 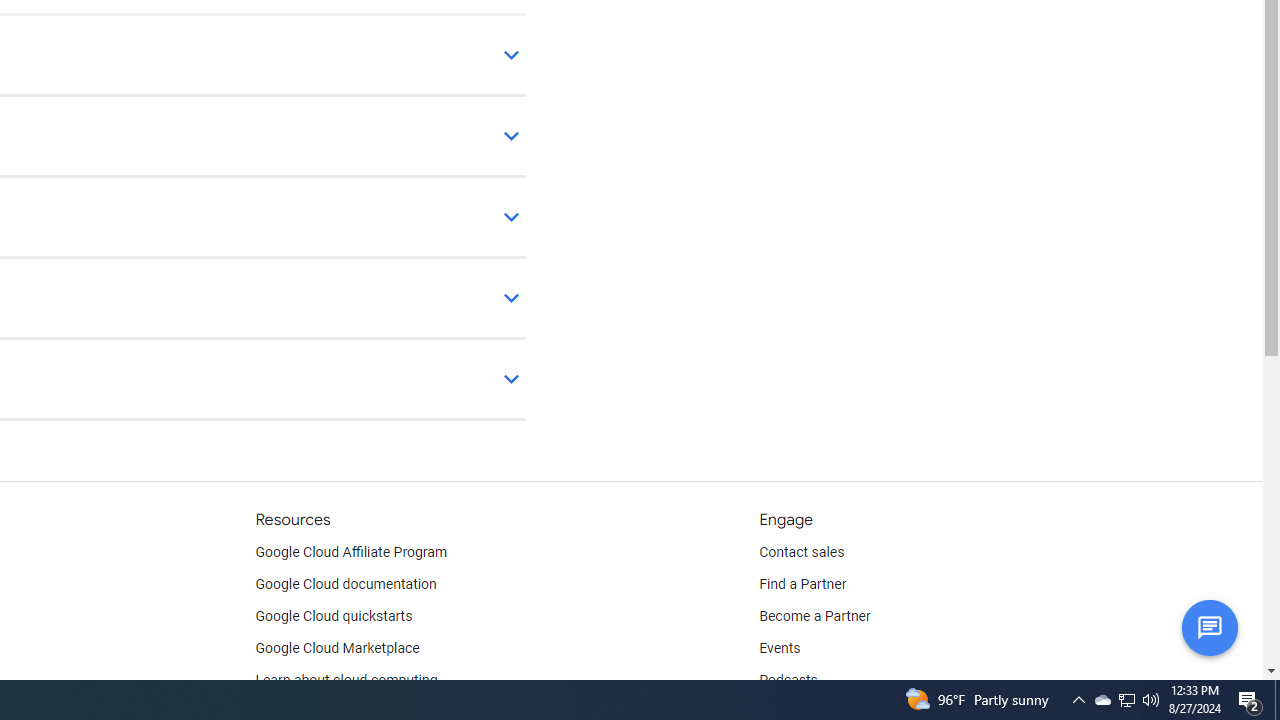 I want to click on 'Button to activate chat', so click(x=1208, y=626).